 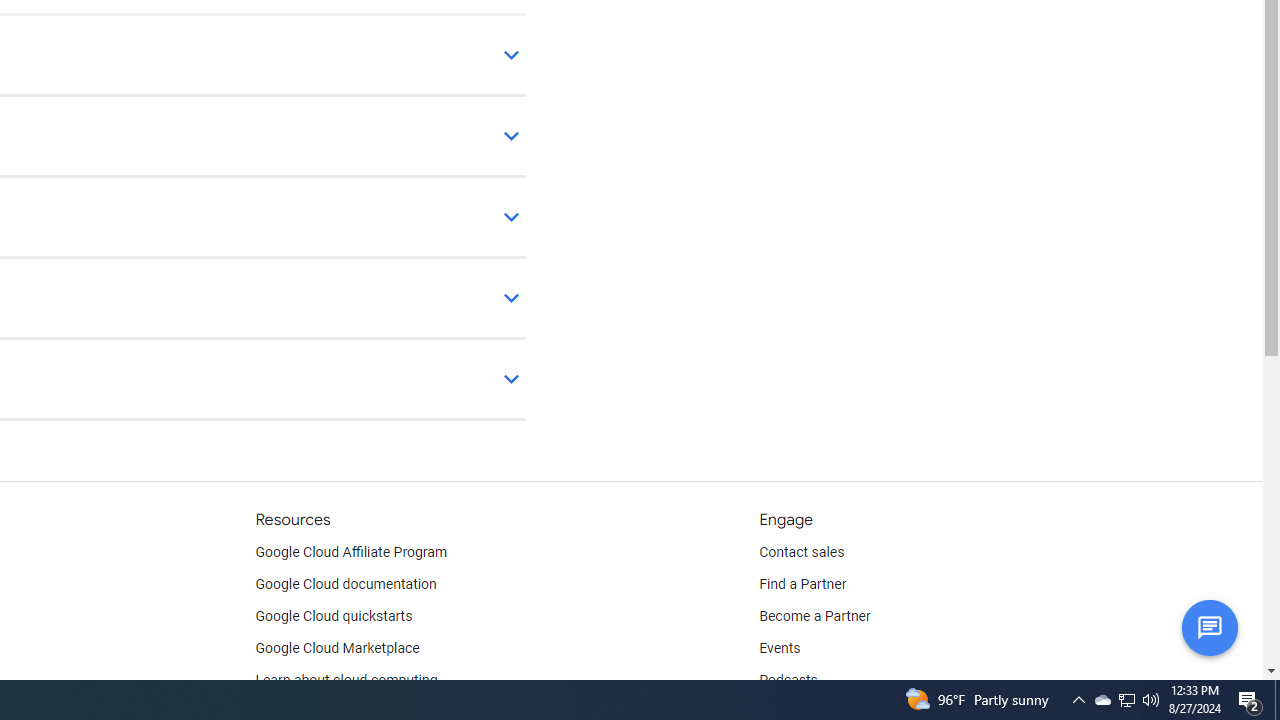 I want to click on 'Button to activate chat', so click(x=1208, y=626).